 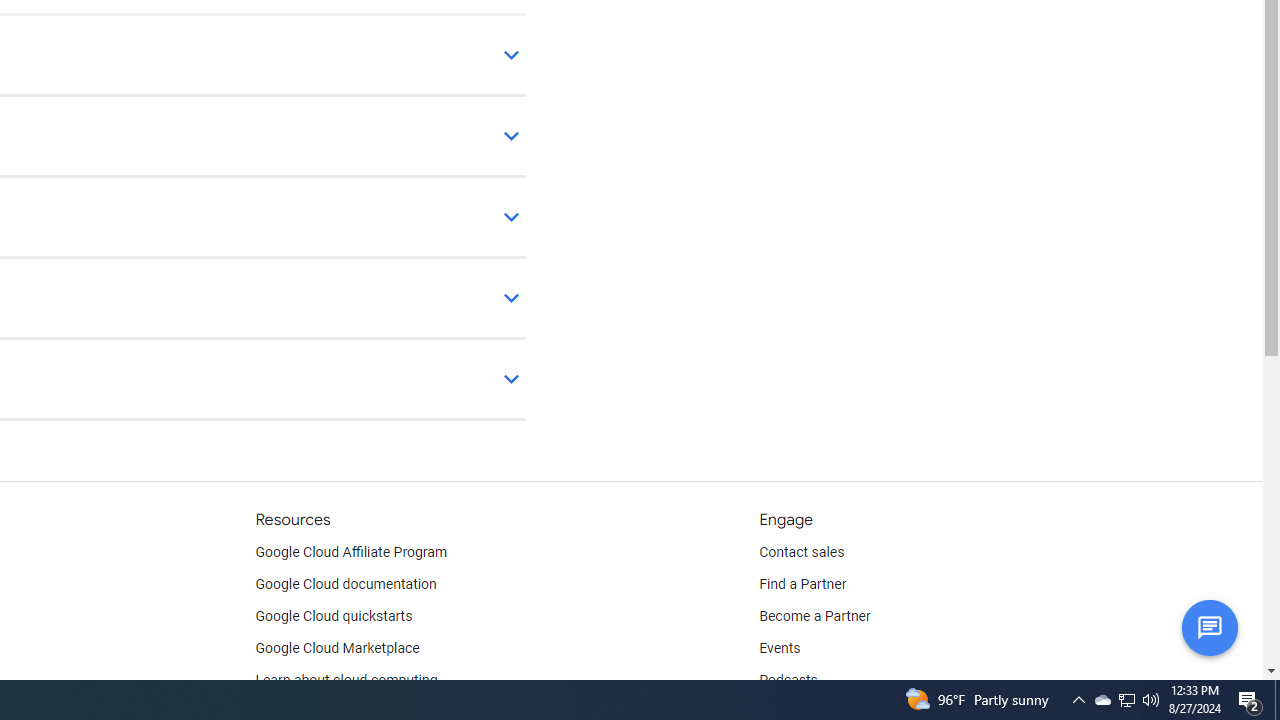 I want to click on 'Button to activate chat', so click(x=1208, y=626).